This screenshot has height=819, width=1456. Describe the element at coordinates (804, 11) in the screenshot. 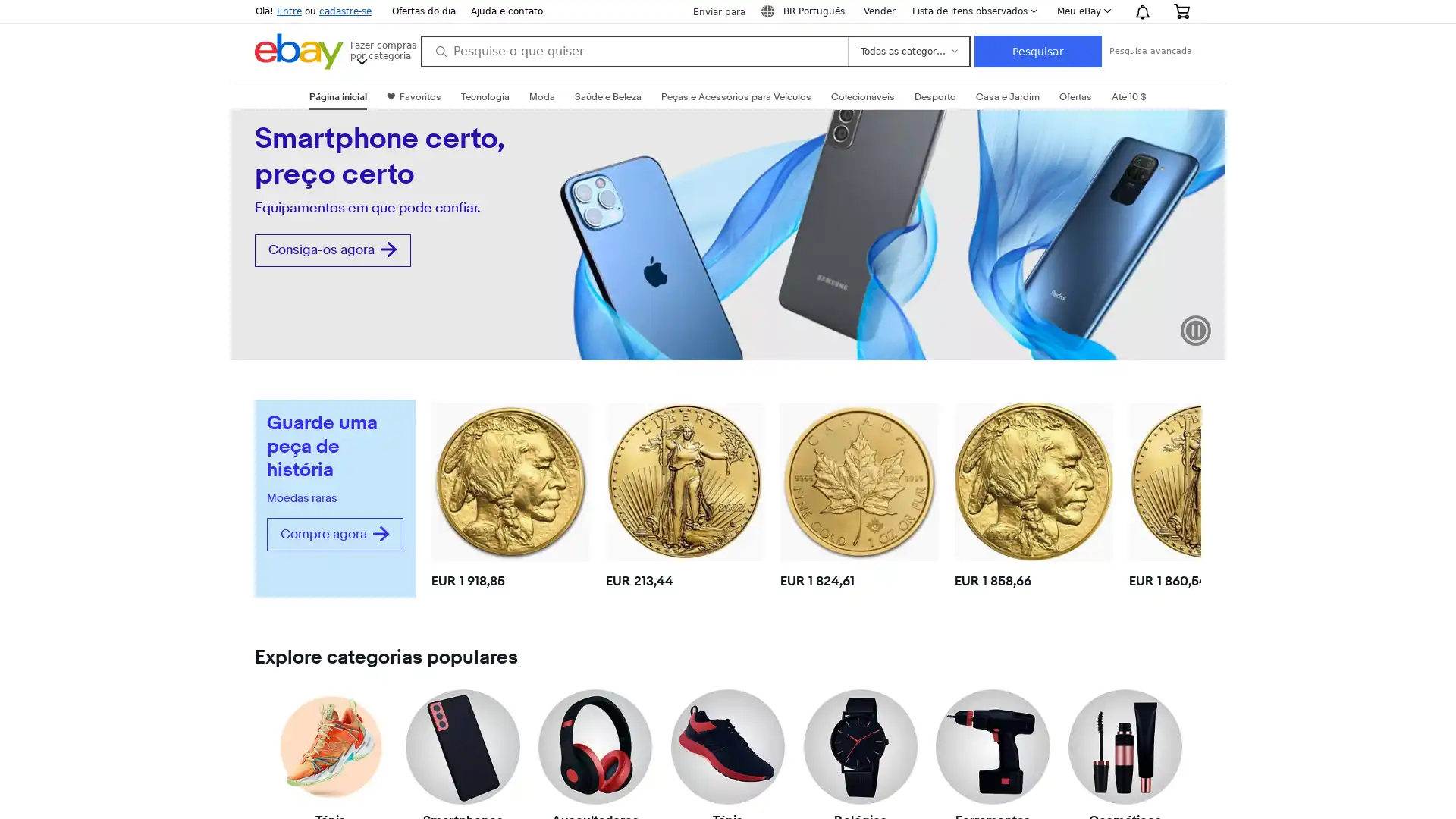

I see `Idioma atual: BR Portugues` at that location.